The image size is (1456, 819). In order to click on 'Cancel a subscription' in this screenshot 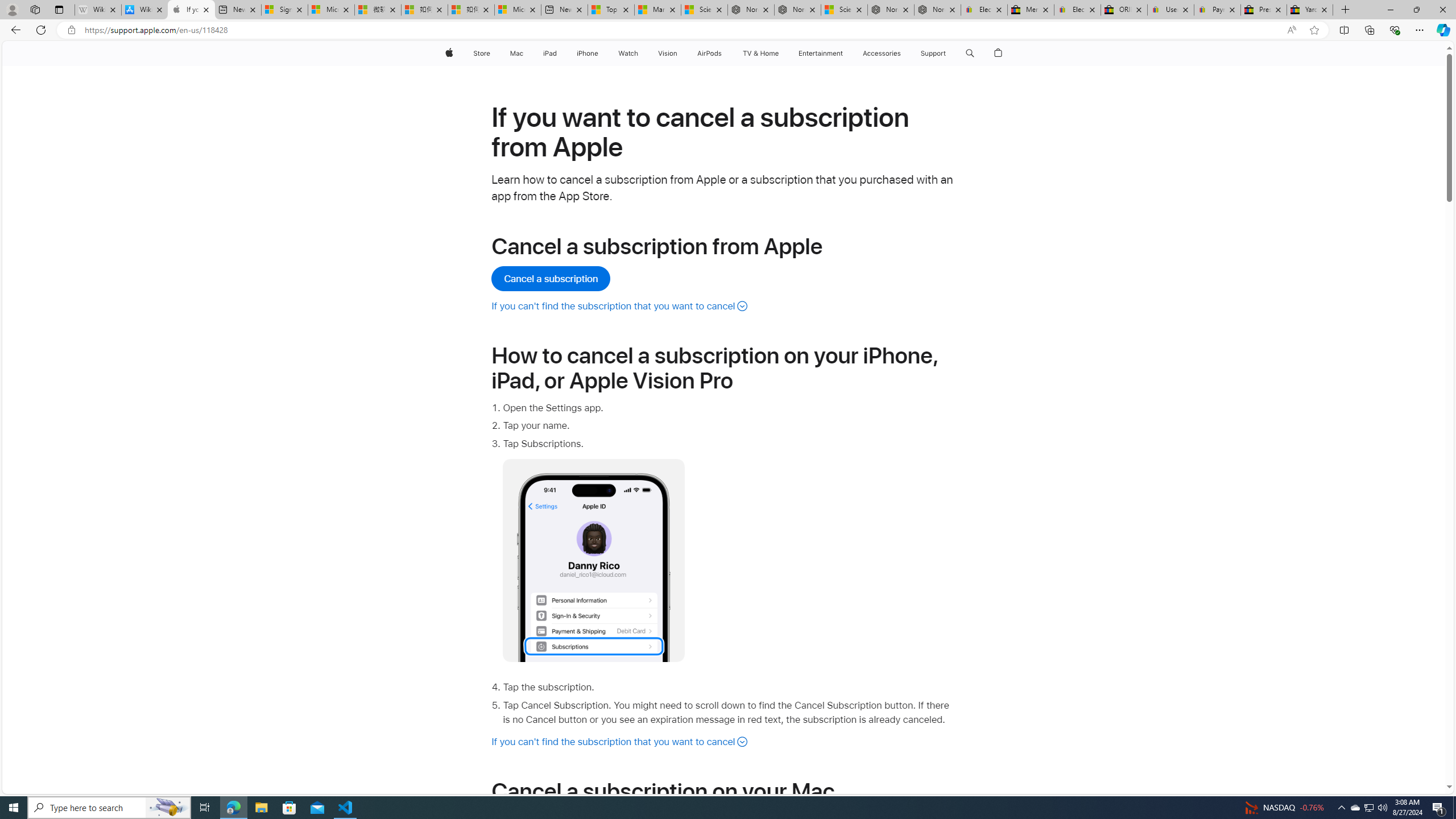, I will do `click(552, 279)`.